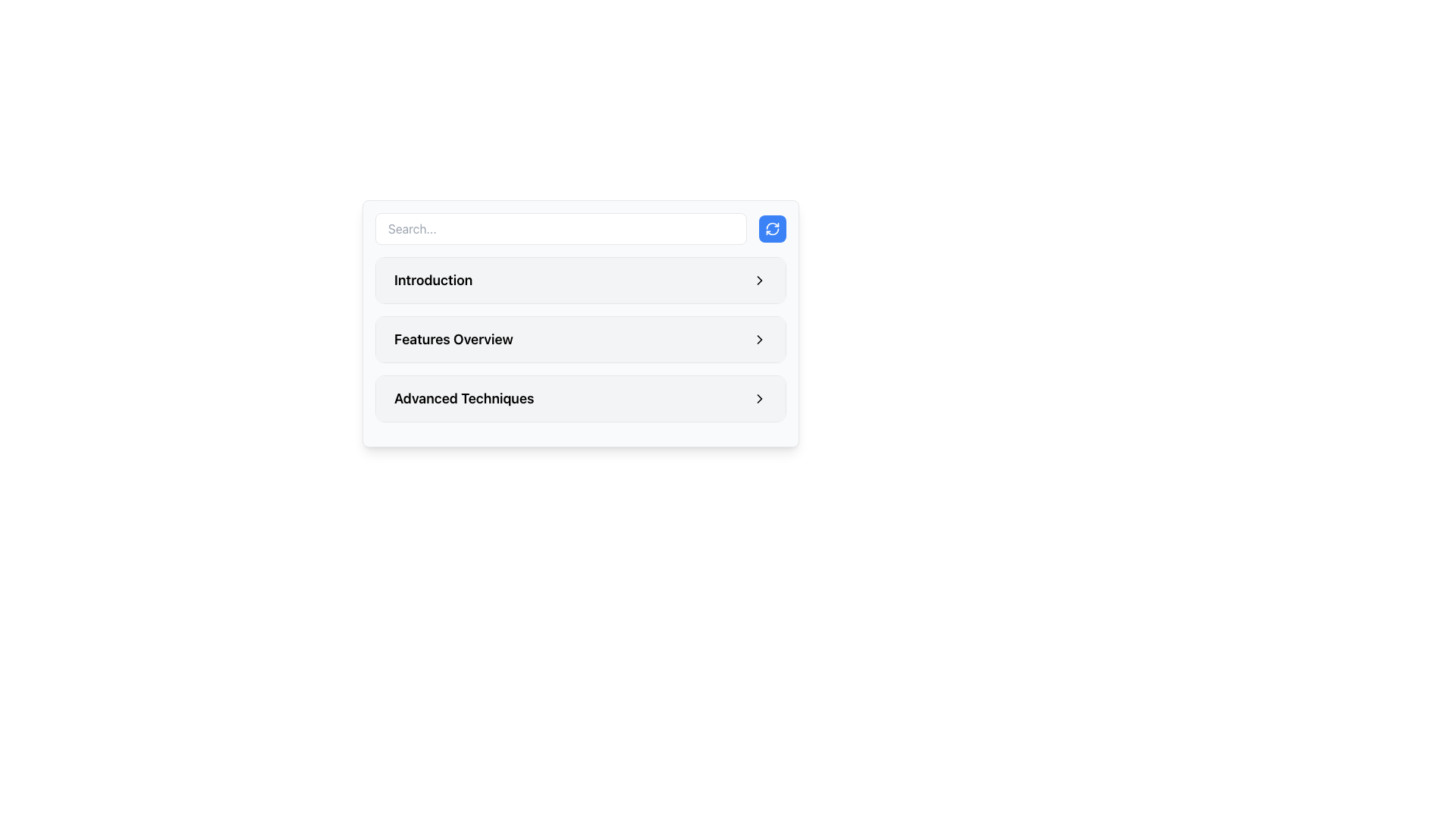  I want to click on the small rightward-pointing arrow icon located at the rightmost position within the horizontal layout of the 'Advanced Techniques' entry, so click(760, 397).